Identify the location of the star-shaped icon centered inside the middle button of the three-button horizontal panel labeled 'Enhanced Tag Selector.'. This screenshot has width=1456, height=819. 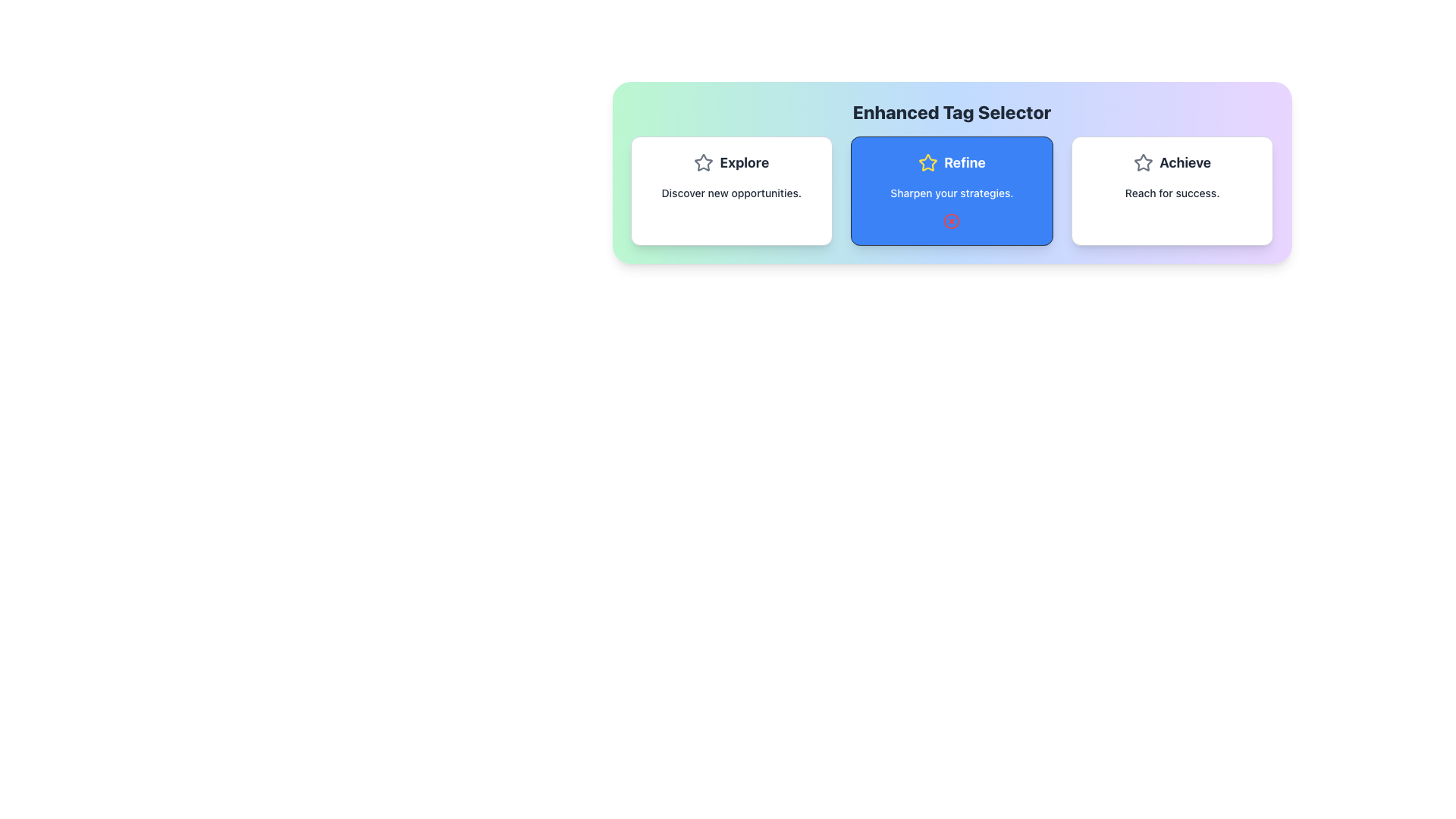
(927, 162).